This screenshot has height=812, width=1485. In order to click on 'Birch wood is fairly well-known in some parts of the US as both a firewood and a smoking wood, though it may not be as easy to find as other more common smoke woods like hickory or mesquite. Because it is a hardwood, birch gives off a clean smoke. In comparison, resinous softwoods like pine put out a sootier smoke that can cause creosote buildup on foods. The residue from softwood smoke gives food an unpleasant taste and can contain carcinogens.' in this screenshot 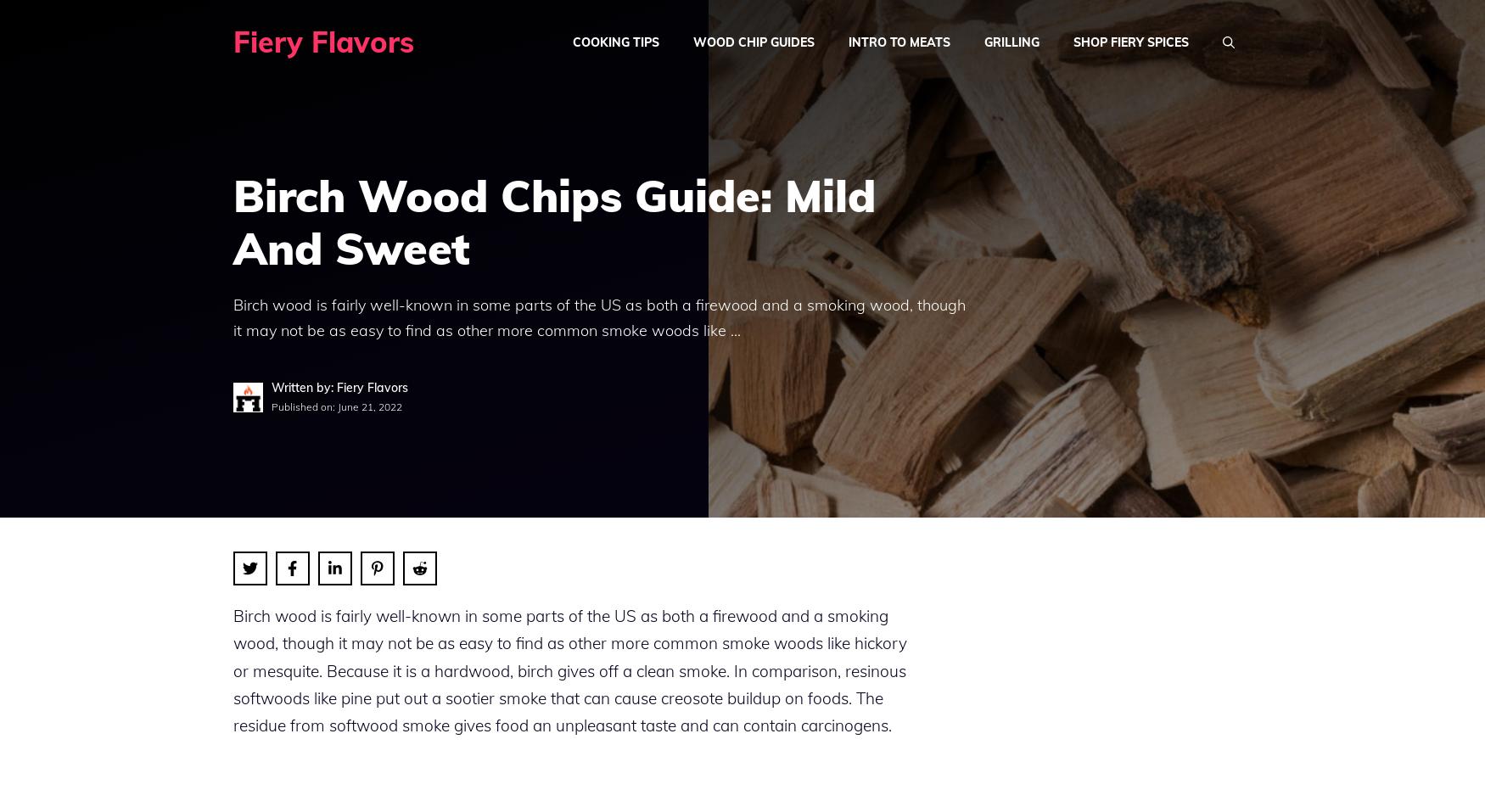, I will do `click(569, 669)`.